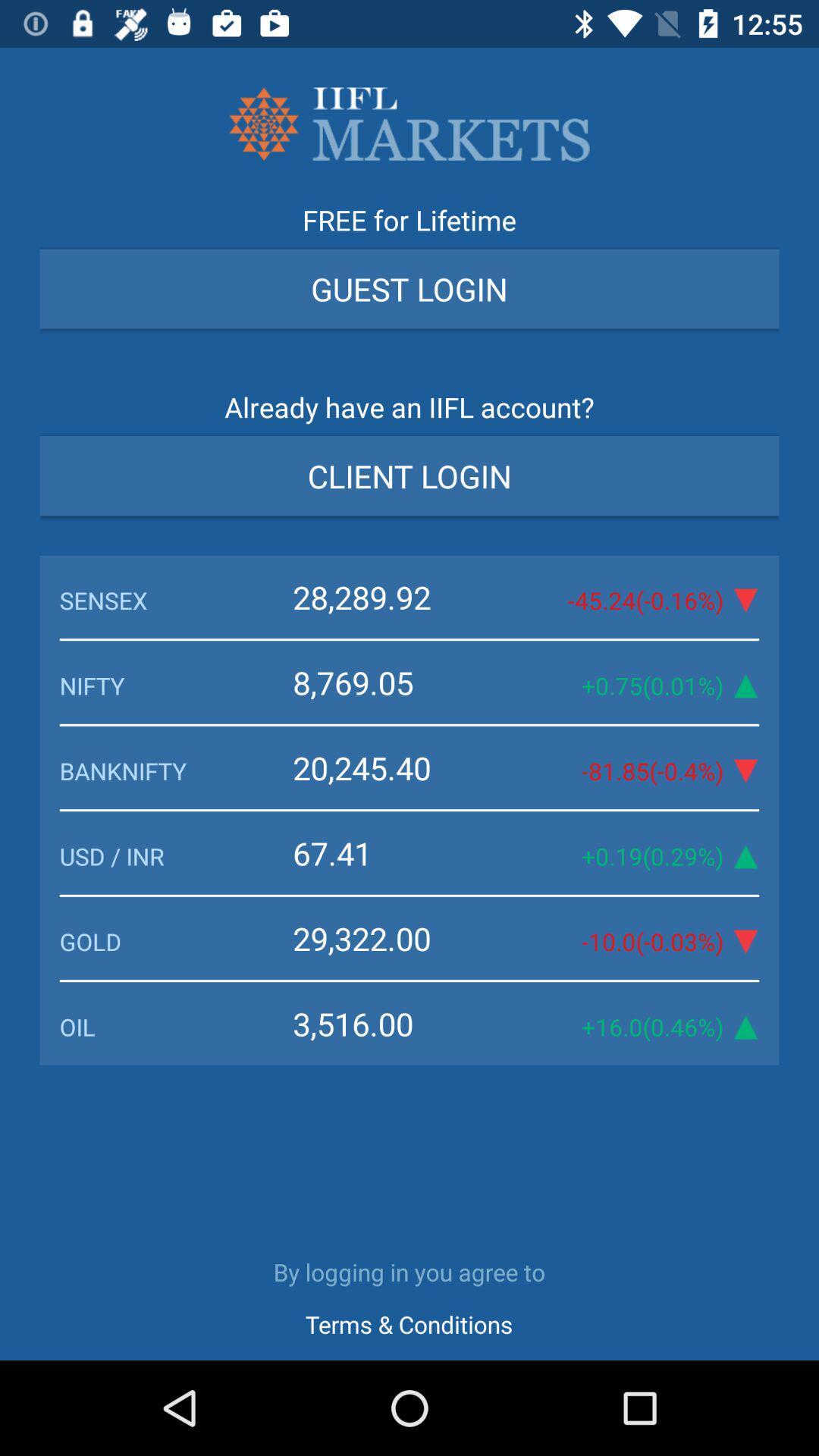  Describe the element at coordinates (175, 599) in the screenshot. I see `the item above the 8,769.05 icon` at that location.